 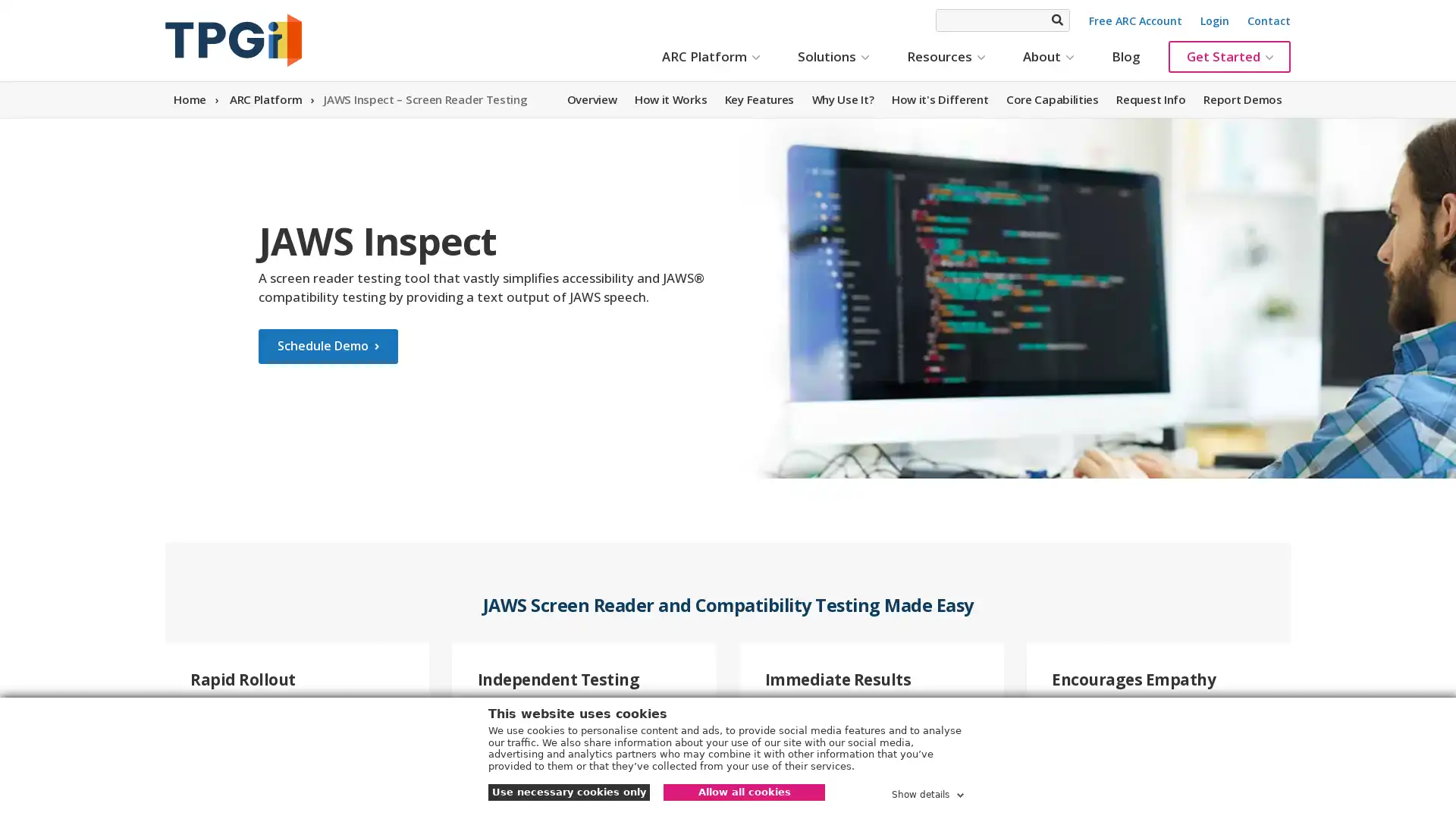 What do you see at coordinates (1056, 20) in the screenshot?
I see `Submit Search` at bounding box center [1056, 20].